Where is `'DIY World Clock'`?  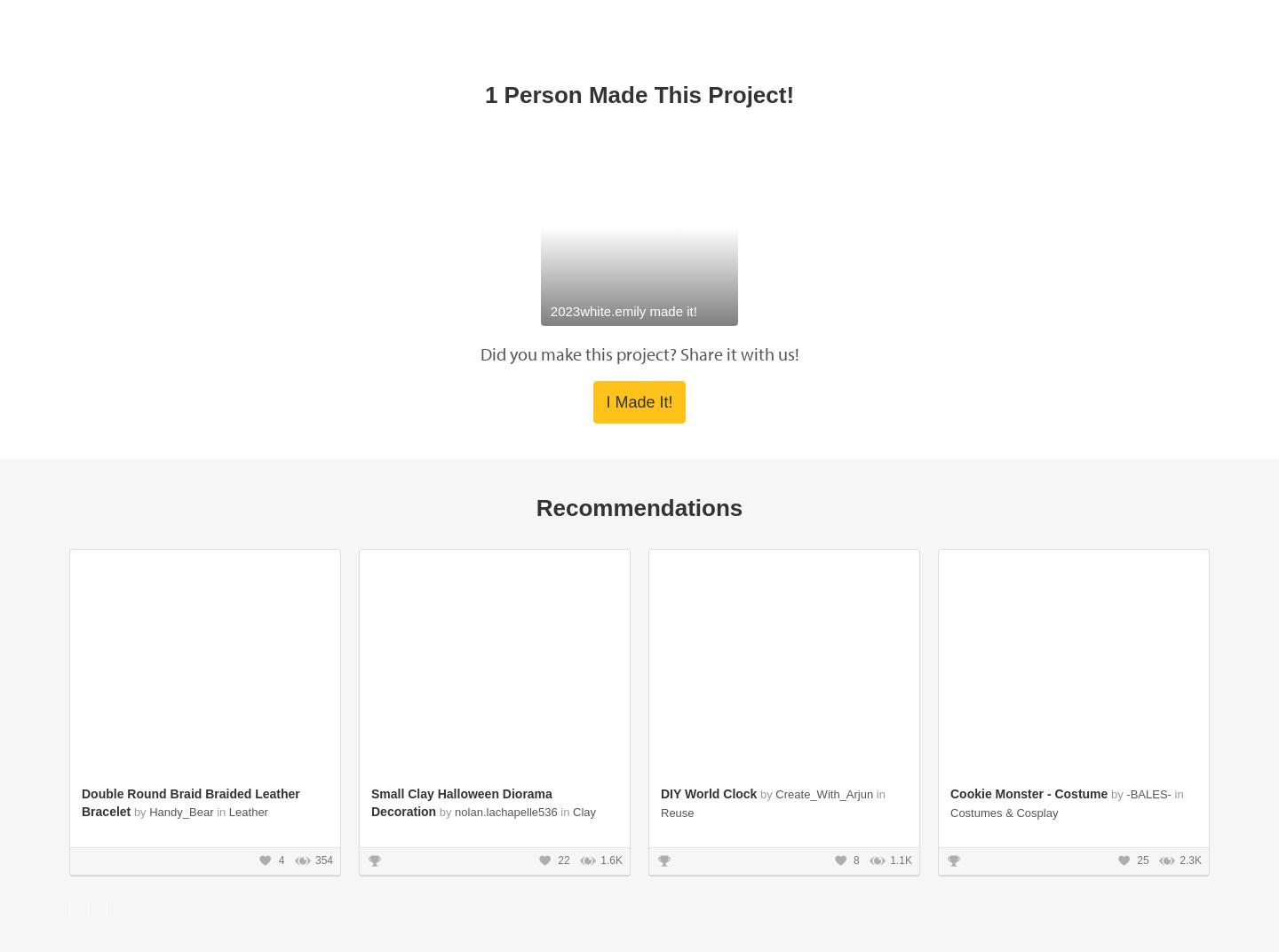
'DIY World Clock' is located at coordinates (709, 383).